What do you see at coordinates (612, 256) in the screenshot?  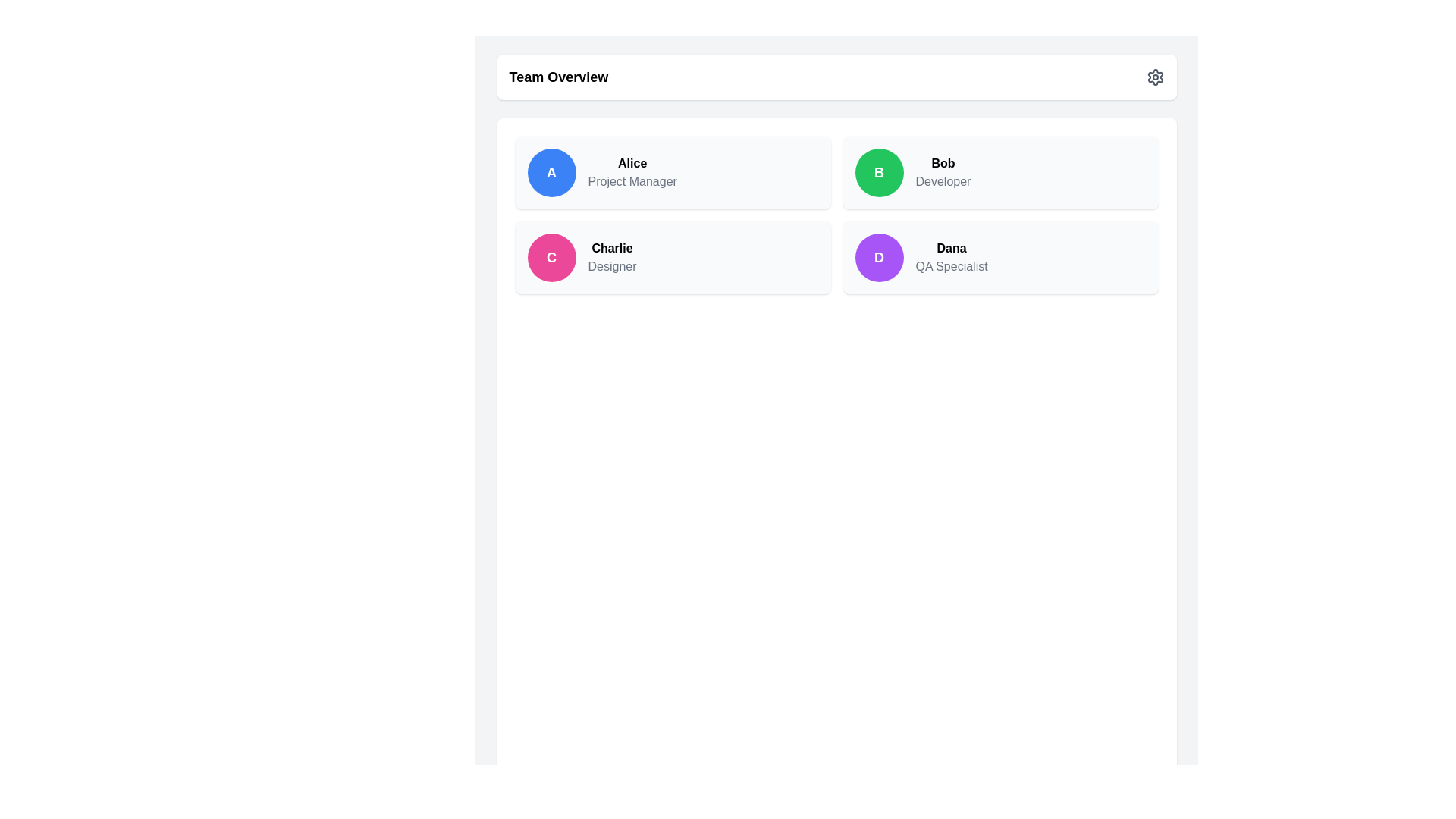 I see `the Text display element showing 'Charlie' in bold and 'Designer' in gray, located in the lower-left card of the 'Team Overview' section` at bounding box center [612, 256].